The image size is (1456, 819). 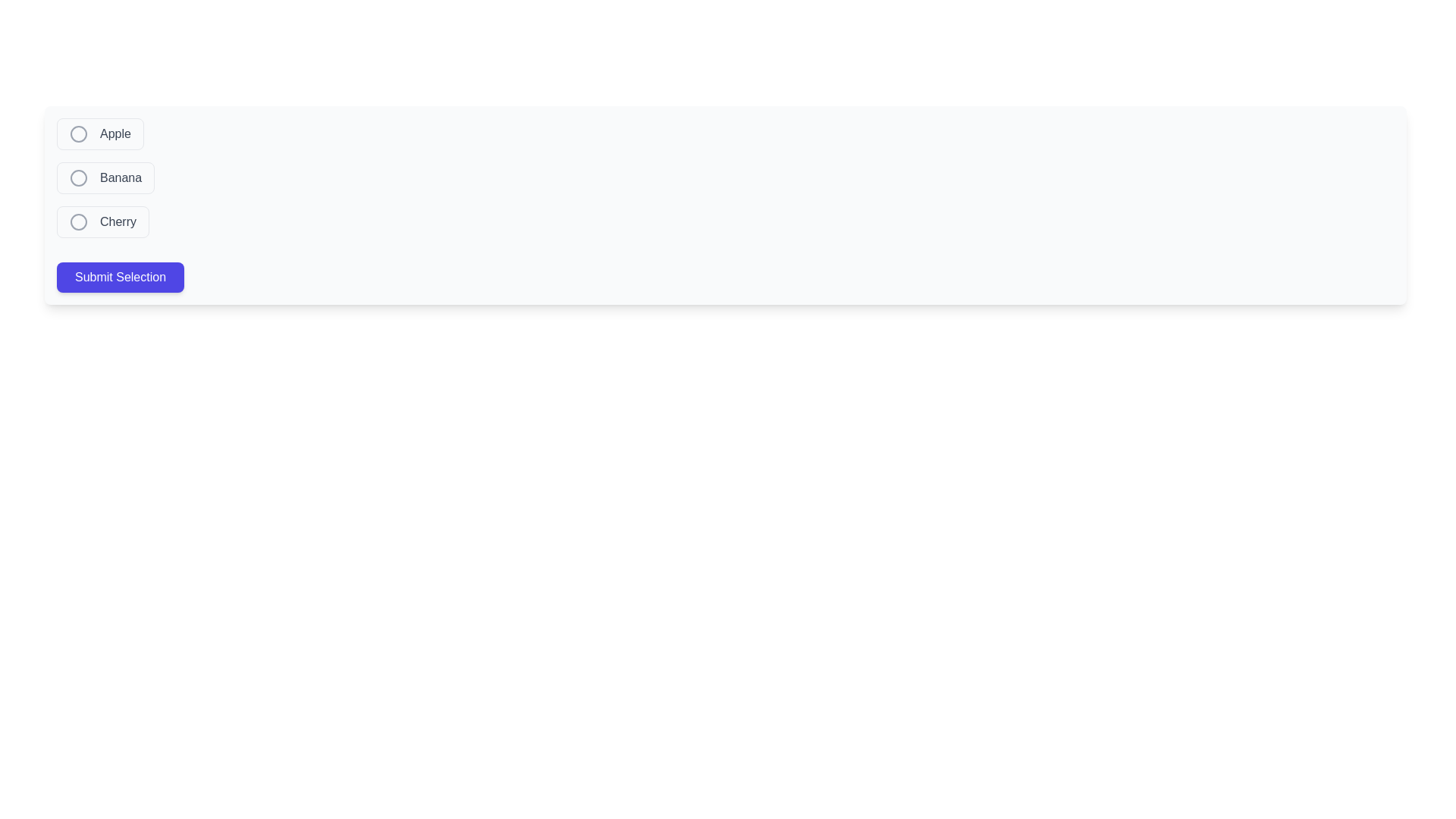 What do you see at coordinates (99, 133) in the screenshot?
I see `the 'Apple' radio button to focus on it, which is a rounded button-like component with the text 'Apple' next to a circular icon` at bounding box center [99, 133].